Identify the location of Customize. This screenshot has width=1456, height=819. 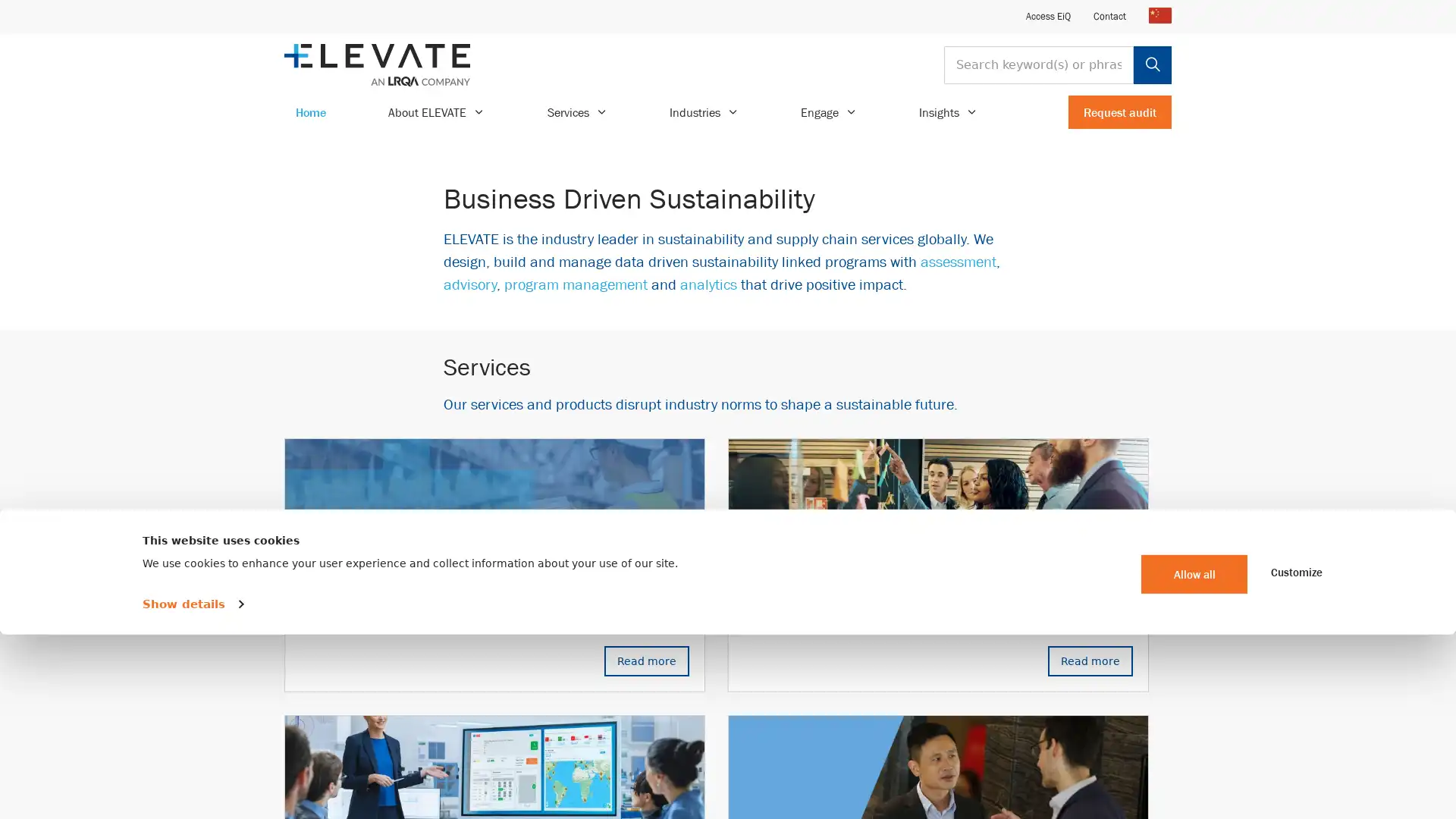
(1295, 755).